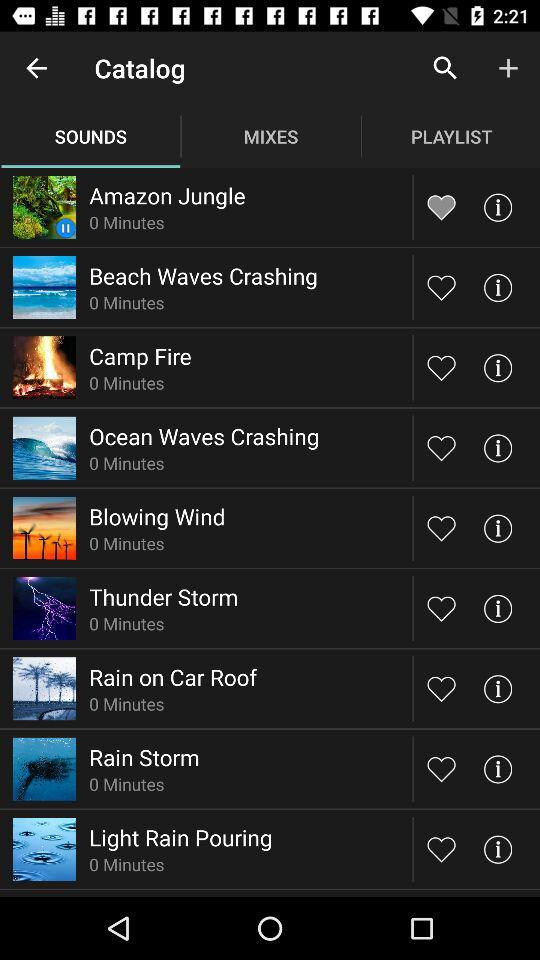  I want to click on favorite option, so click(441, 447).